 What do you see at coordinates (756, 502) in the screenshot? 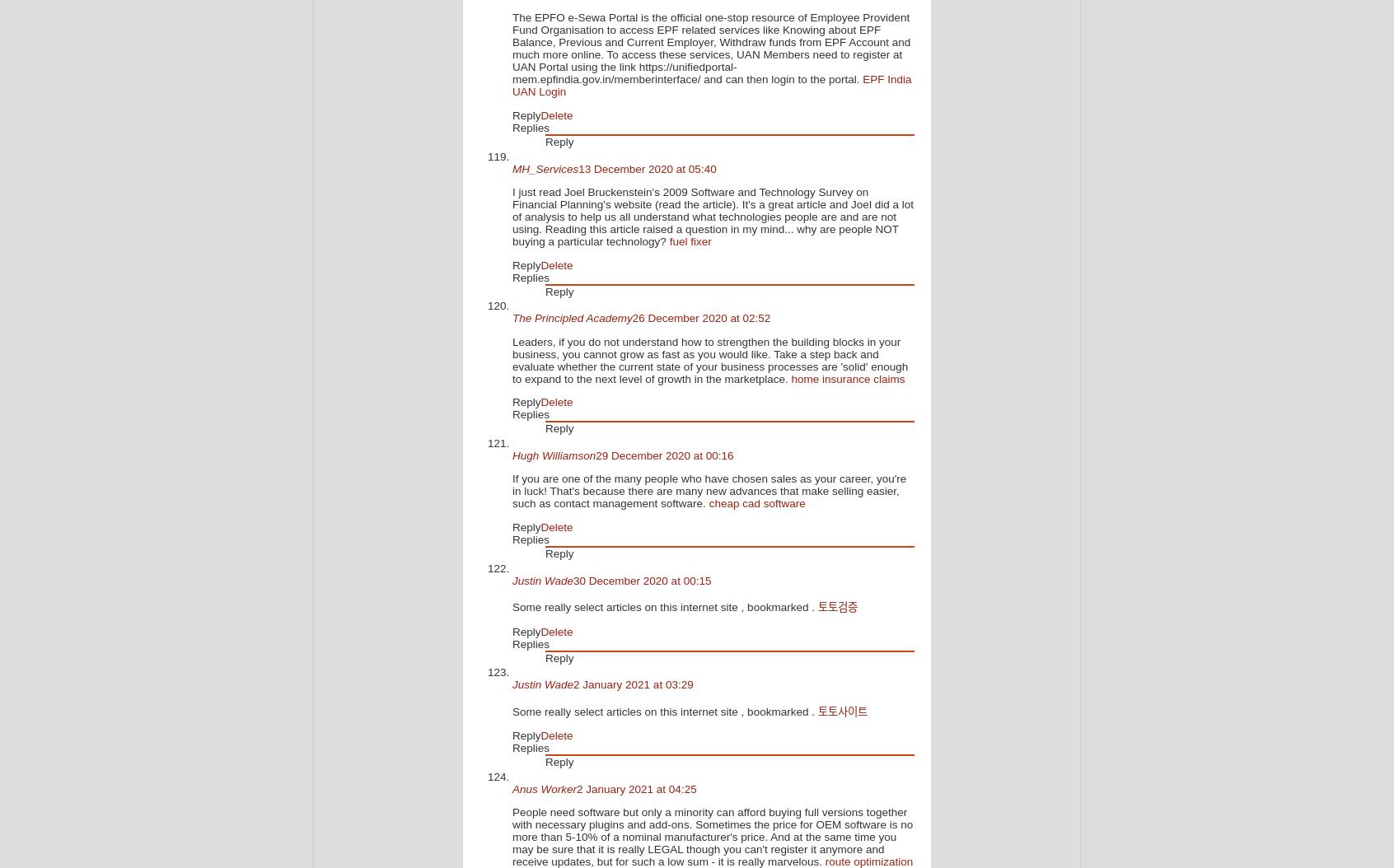
I see `'cheap cad software'` at bounding box center [756, 502].